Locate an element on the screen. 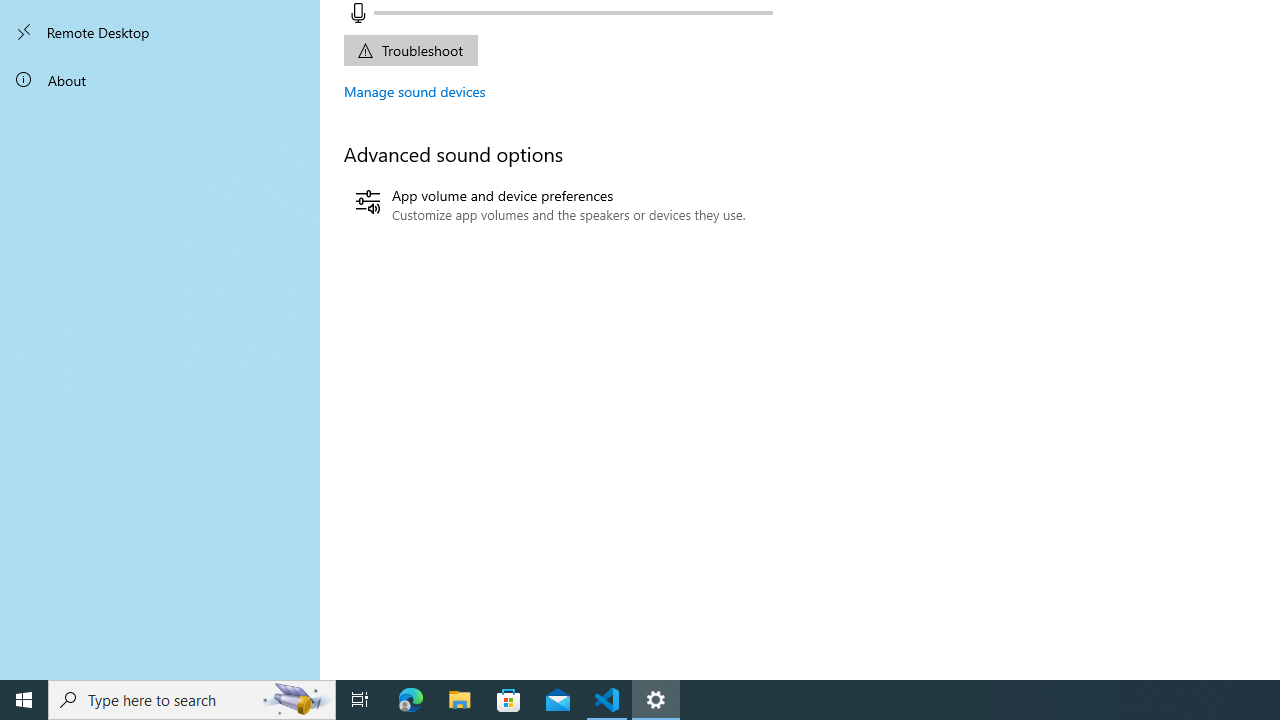 The height and width of the screenshot is (720, 1280). 'Manage sound devices' is located at coordinates (414, 91).